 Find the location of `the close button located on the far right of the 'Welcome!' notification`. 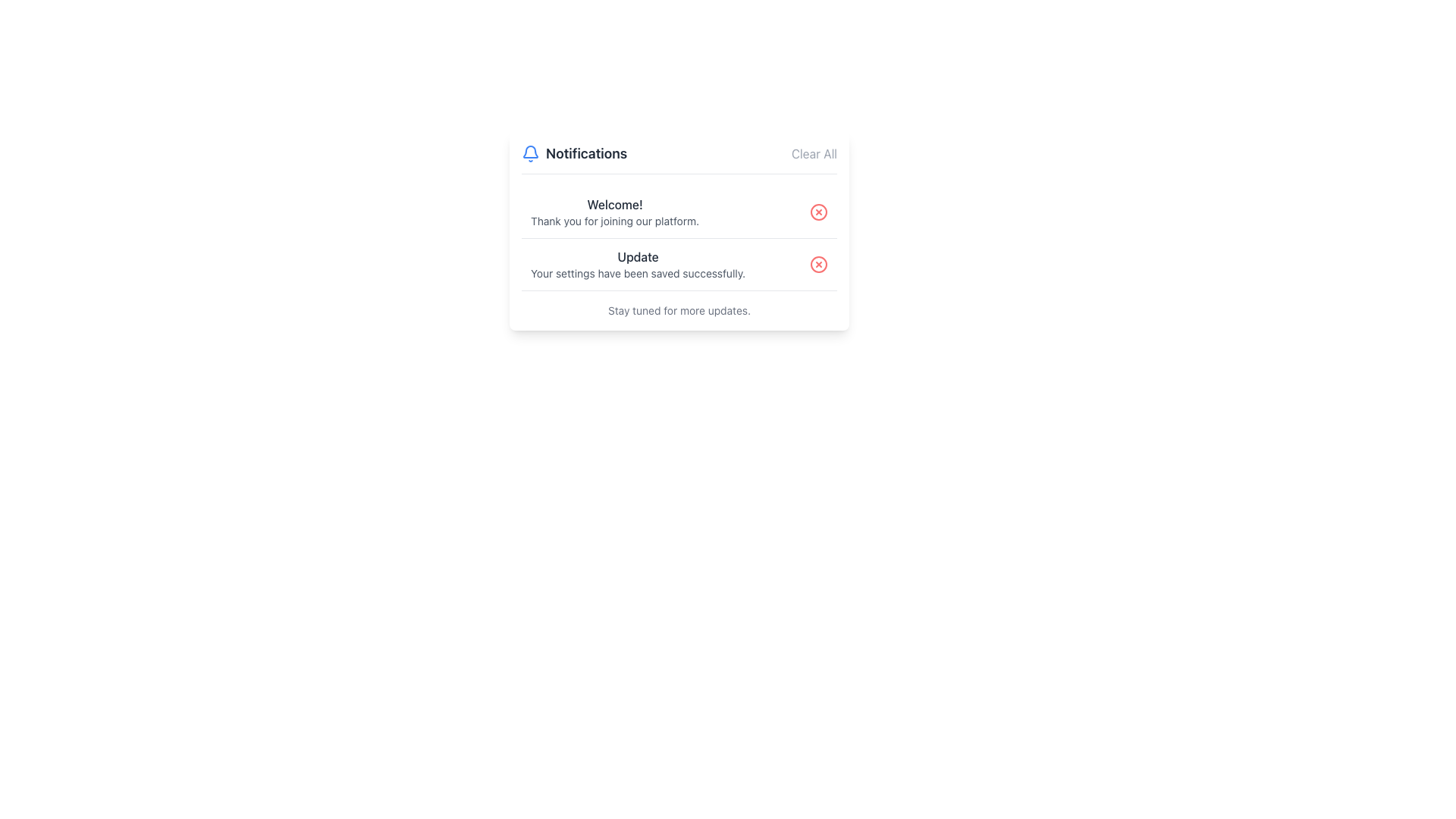

the close button located on the far right of the 'Welcome!' notification is located at coordinates (818, 212).